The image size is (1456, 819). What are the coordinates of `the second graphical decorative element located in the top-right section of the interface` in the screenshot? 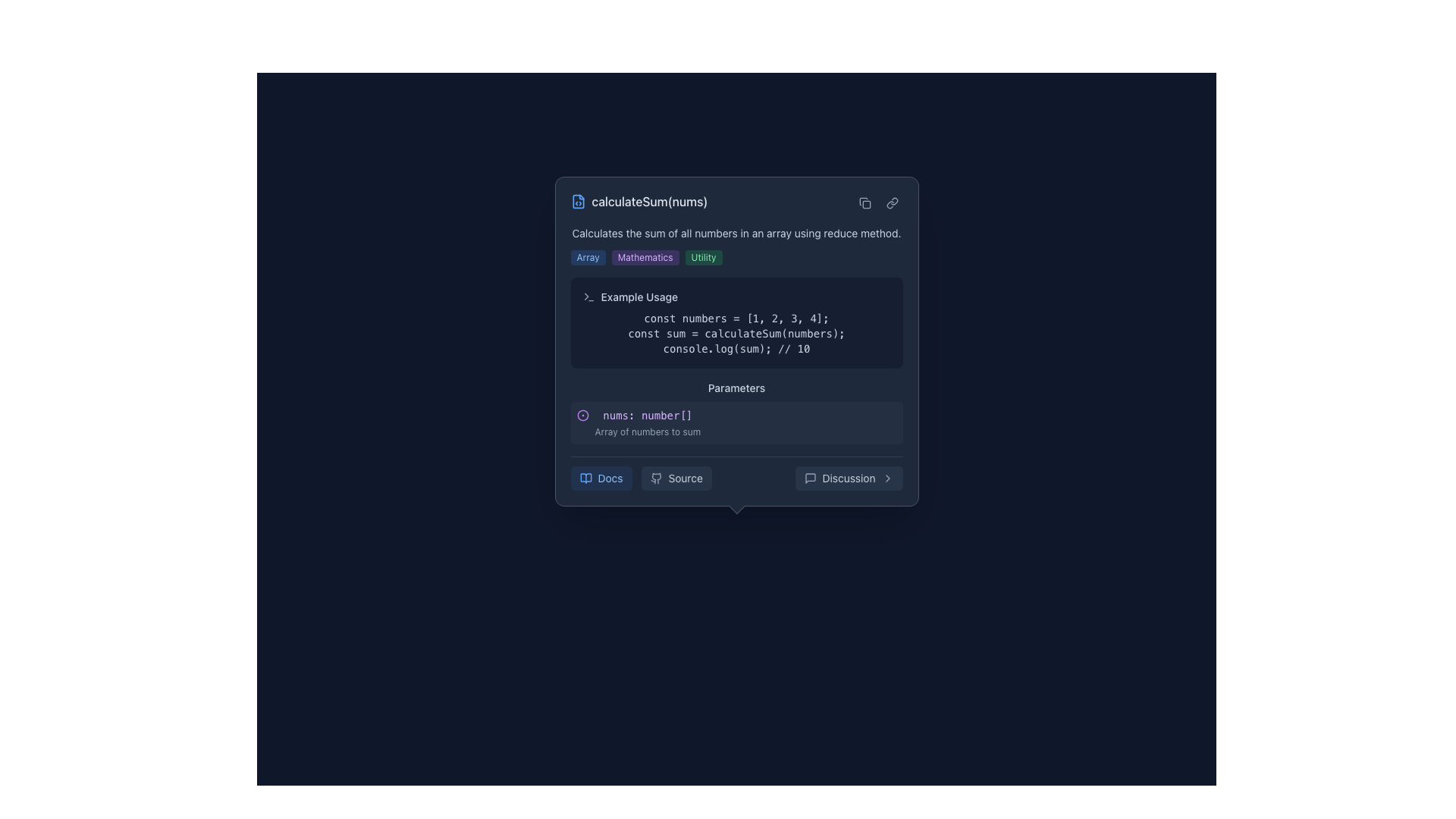 It's located at (866, 205).